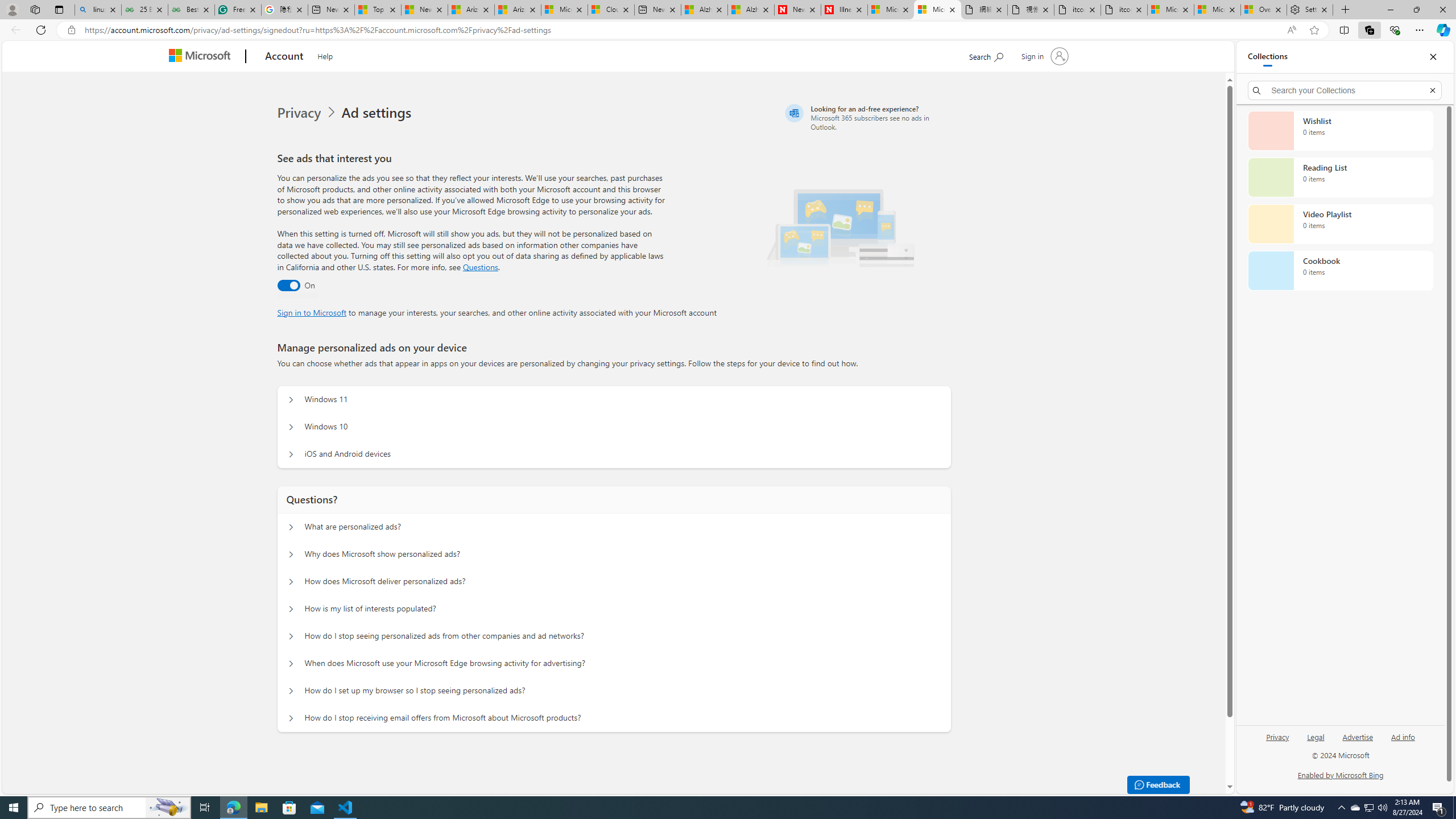  What do you see at coordinates (866, 117) in the screenshot?
I see `'Looking for an ad-free experience?'` at bounding box center [866, 117].